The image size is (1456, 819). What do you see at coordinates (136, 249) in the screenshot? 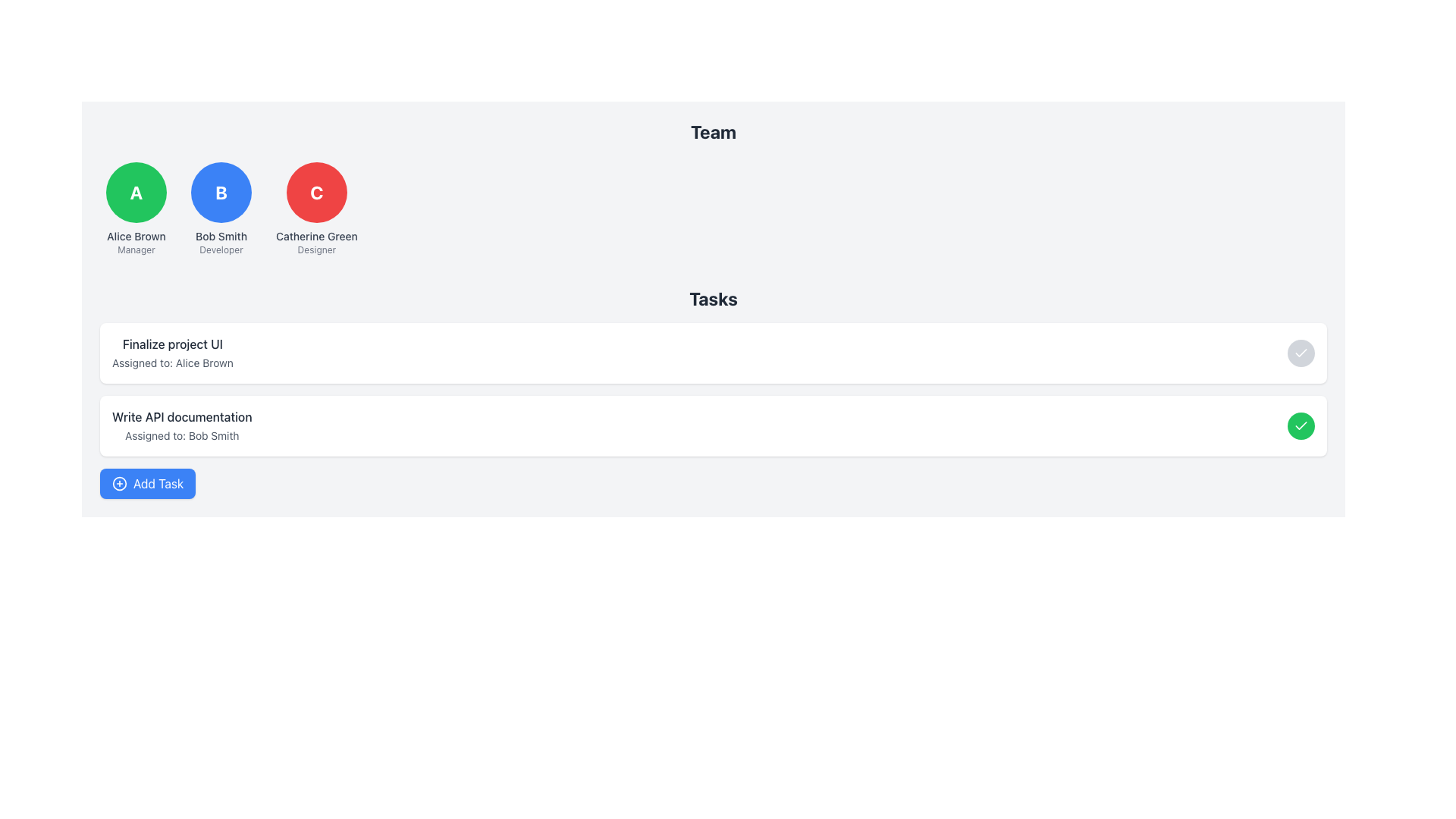
I see `the non-interactive text label indicating the job title associated with 'Alice Brown', located in her profile card under the 'Team' section` at bounding box center [136, 249].